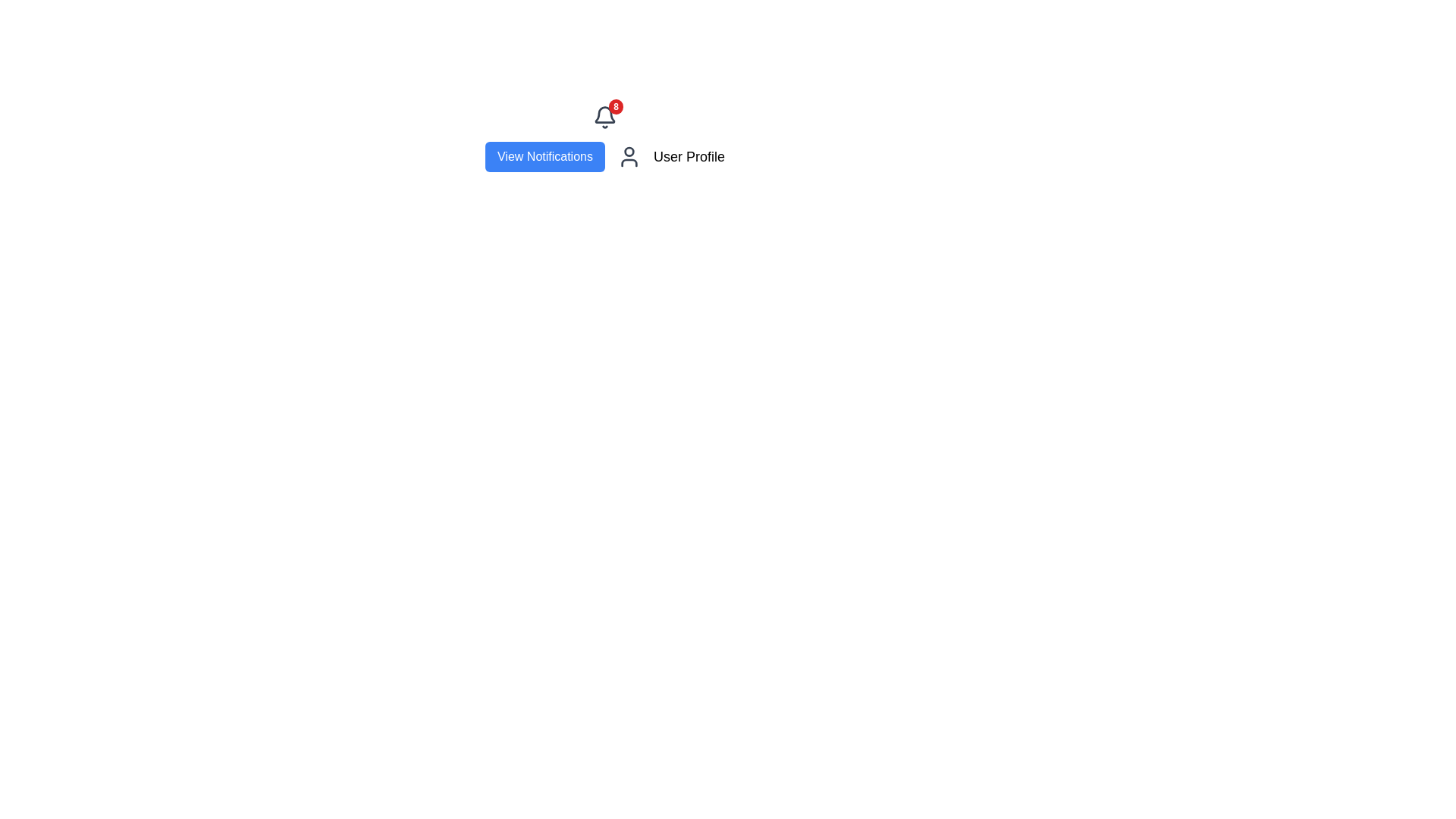 The height and width of the screenshot is (819, 1456). I want to click on the static text label that identifies the user profile section, located immediately to the right of the user figure icon and aligned with the 'View Notifications' button, so click(688, 157).